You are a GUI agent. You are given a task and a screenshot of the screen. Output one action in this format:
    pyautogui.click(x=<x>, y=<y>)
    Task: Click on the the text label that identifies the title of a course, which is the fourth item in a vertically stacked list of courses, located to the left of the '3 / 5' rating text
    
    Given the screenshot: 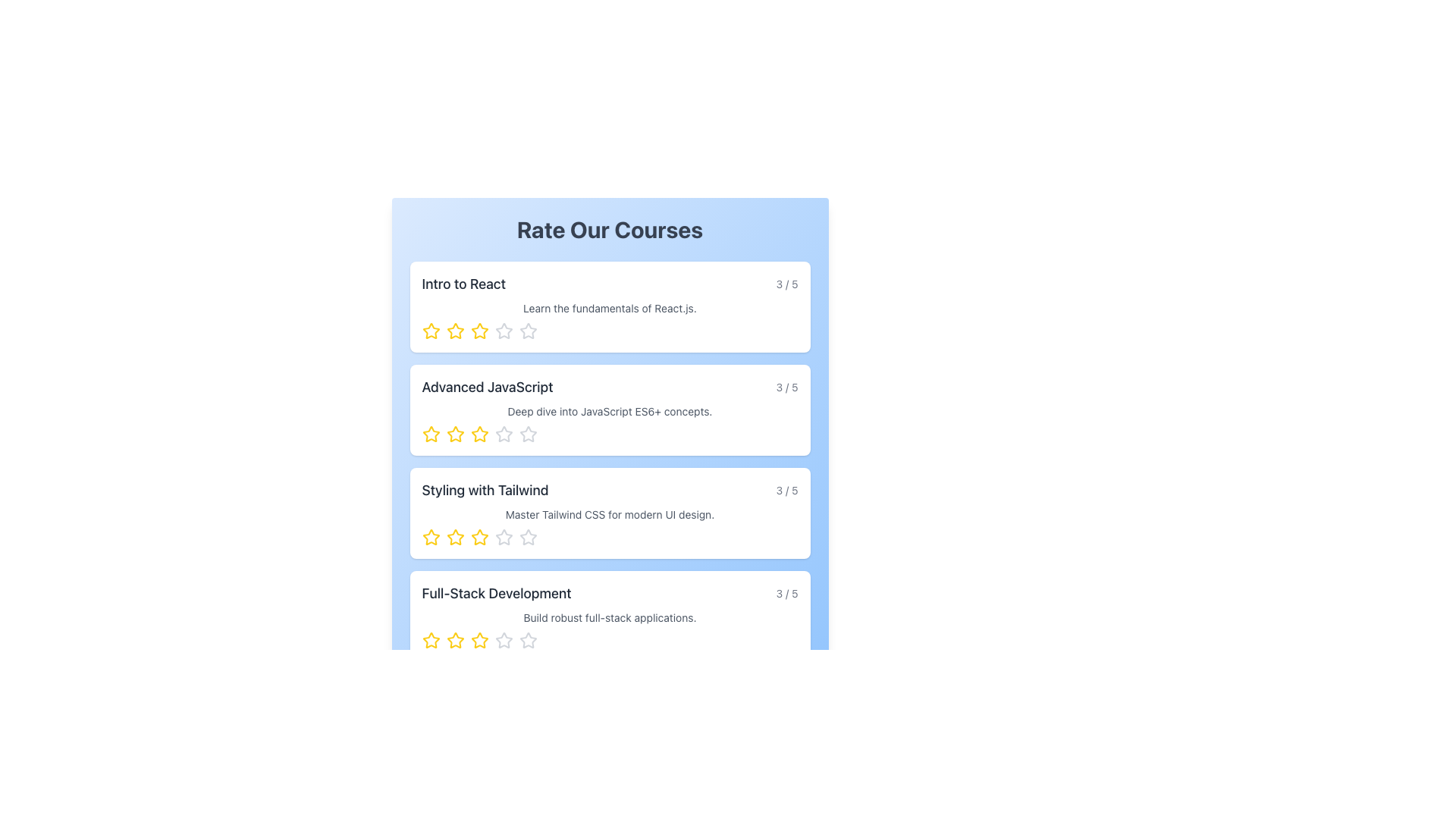 What is the action you would take?
    pyautogui.click(x=497, y=593)
    